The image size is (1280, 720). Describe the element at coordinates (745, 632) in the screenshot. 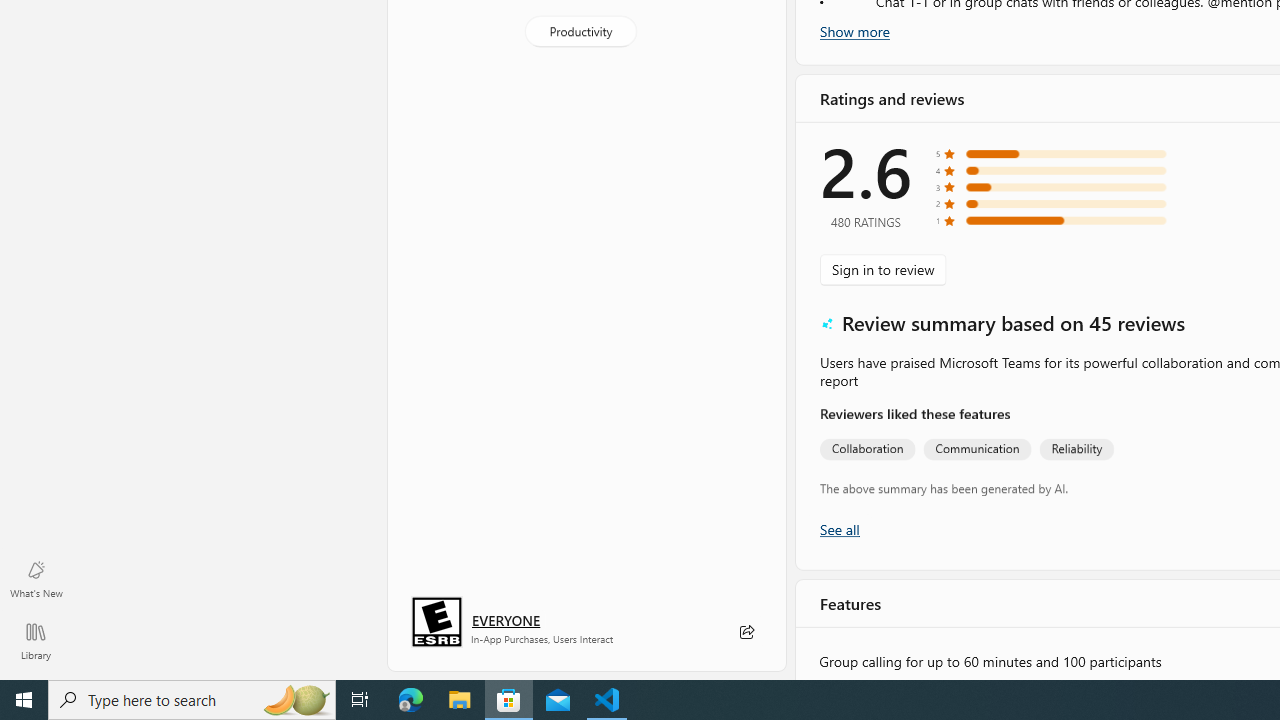

I see `'Share'` at that location.